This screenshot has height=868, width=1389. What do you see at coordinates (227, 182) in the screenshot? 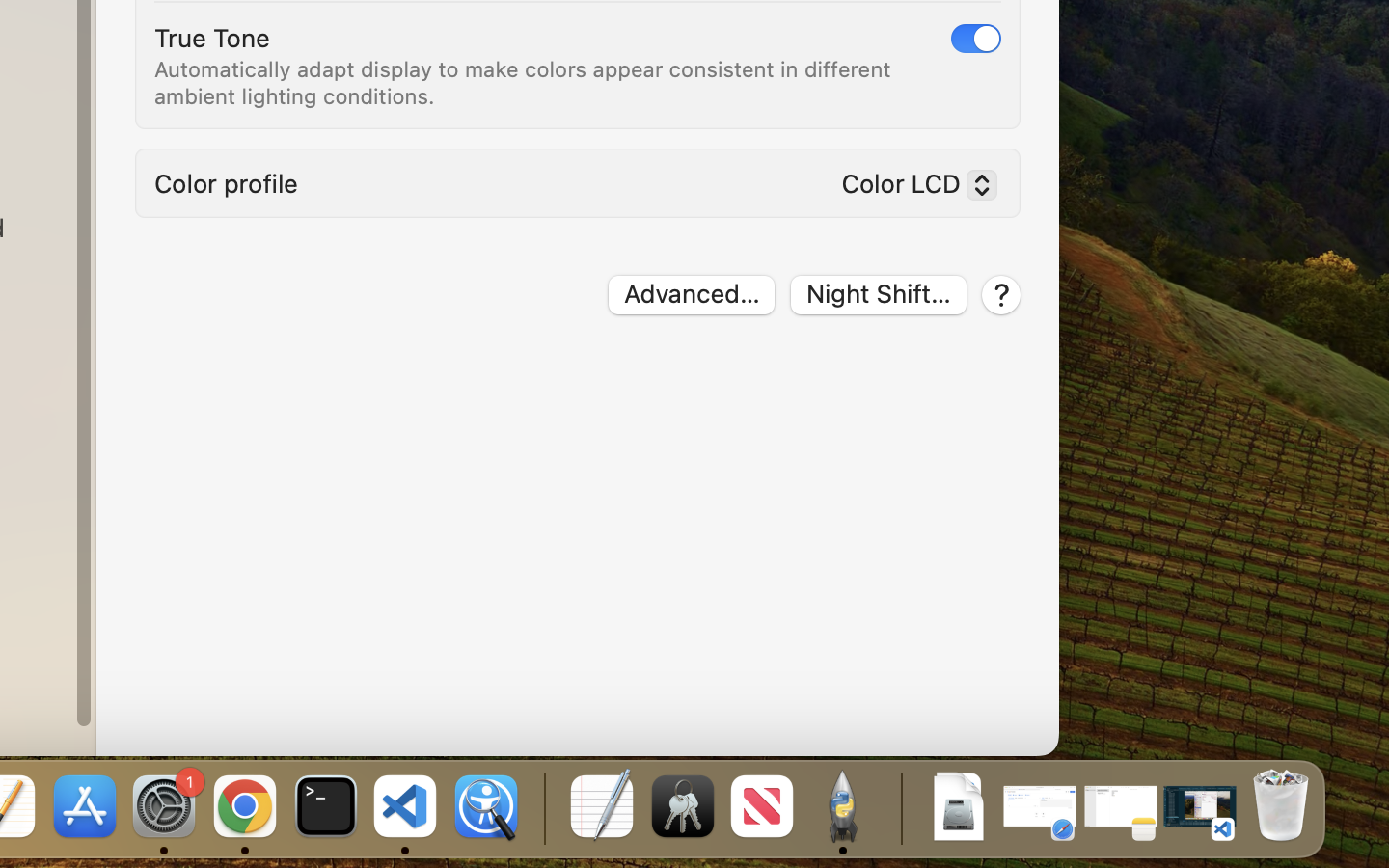
I see `'Color profile'` at bounding box center [227, 182].